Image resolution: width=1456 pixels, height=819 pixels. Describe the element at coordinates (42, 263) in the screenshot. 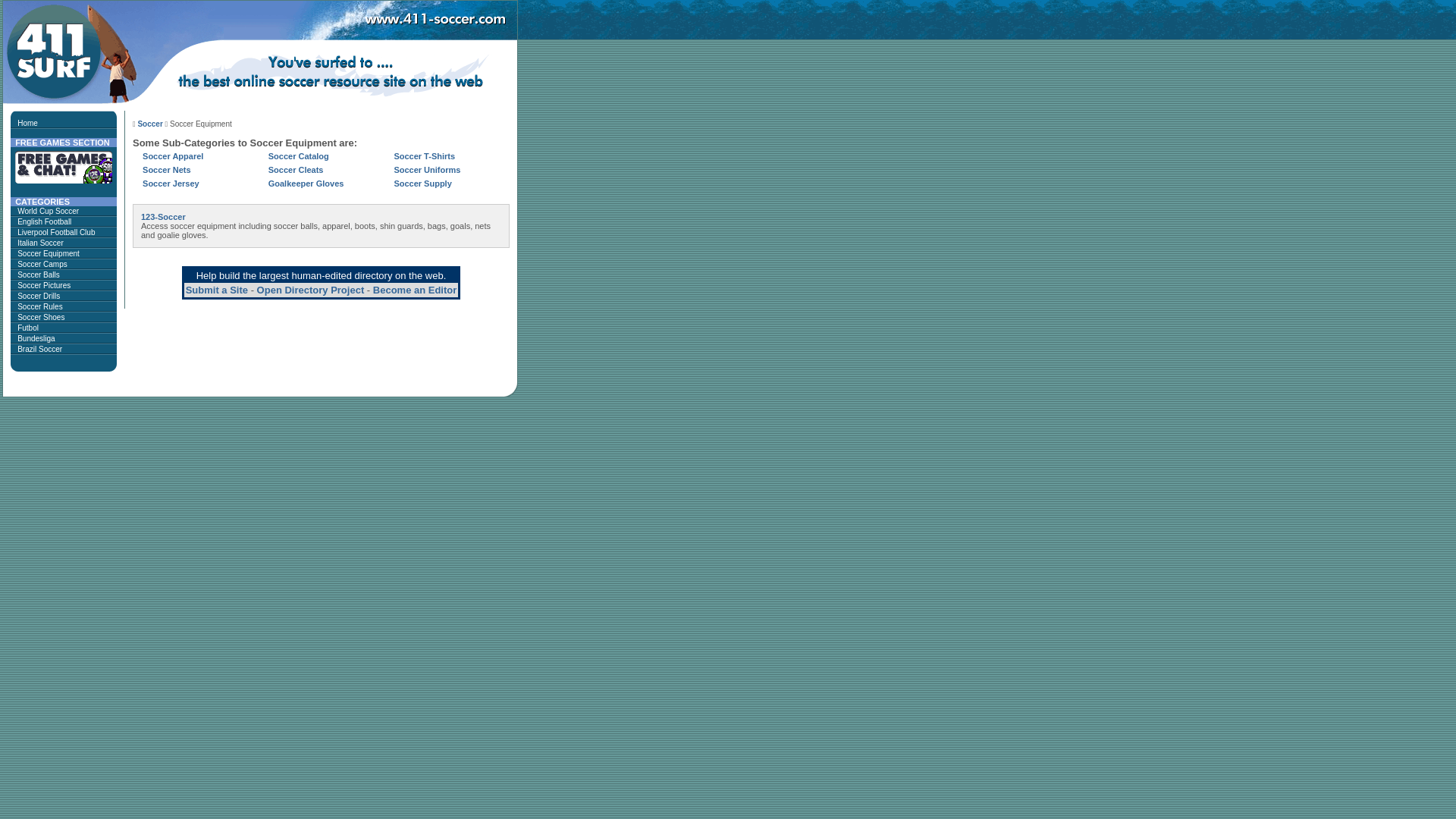

I see `'Soccer Camps'` at that location.